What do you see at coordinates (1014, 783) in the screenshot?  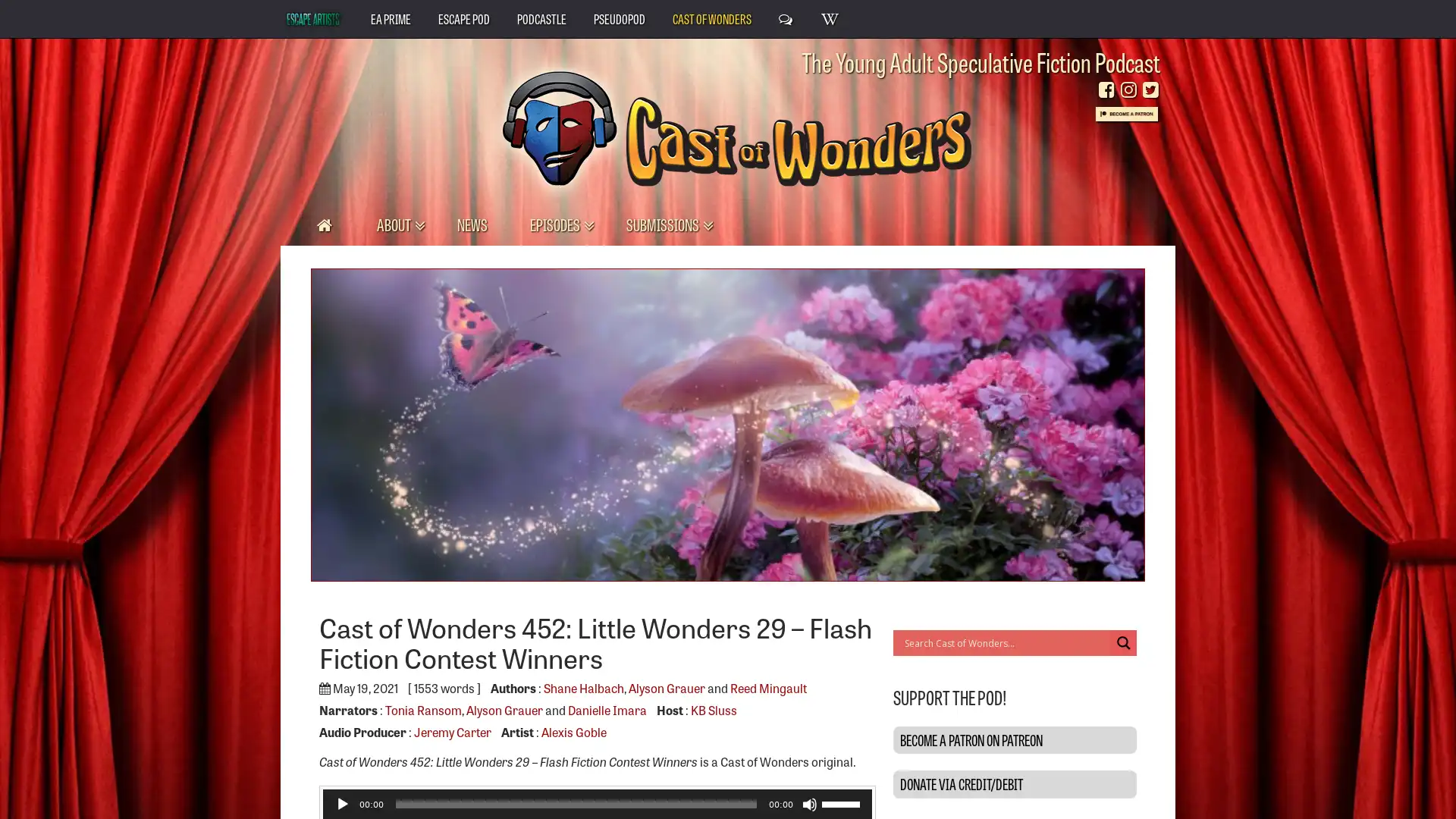 I see `Donate via Credit/Debit` at bounding box center [1014, 783].